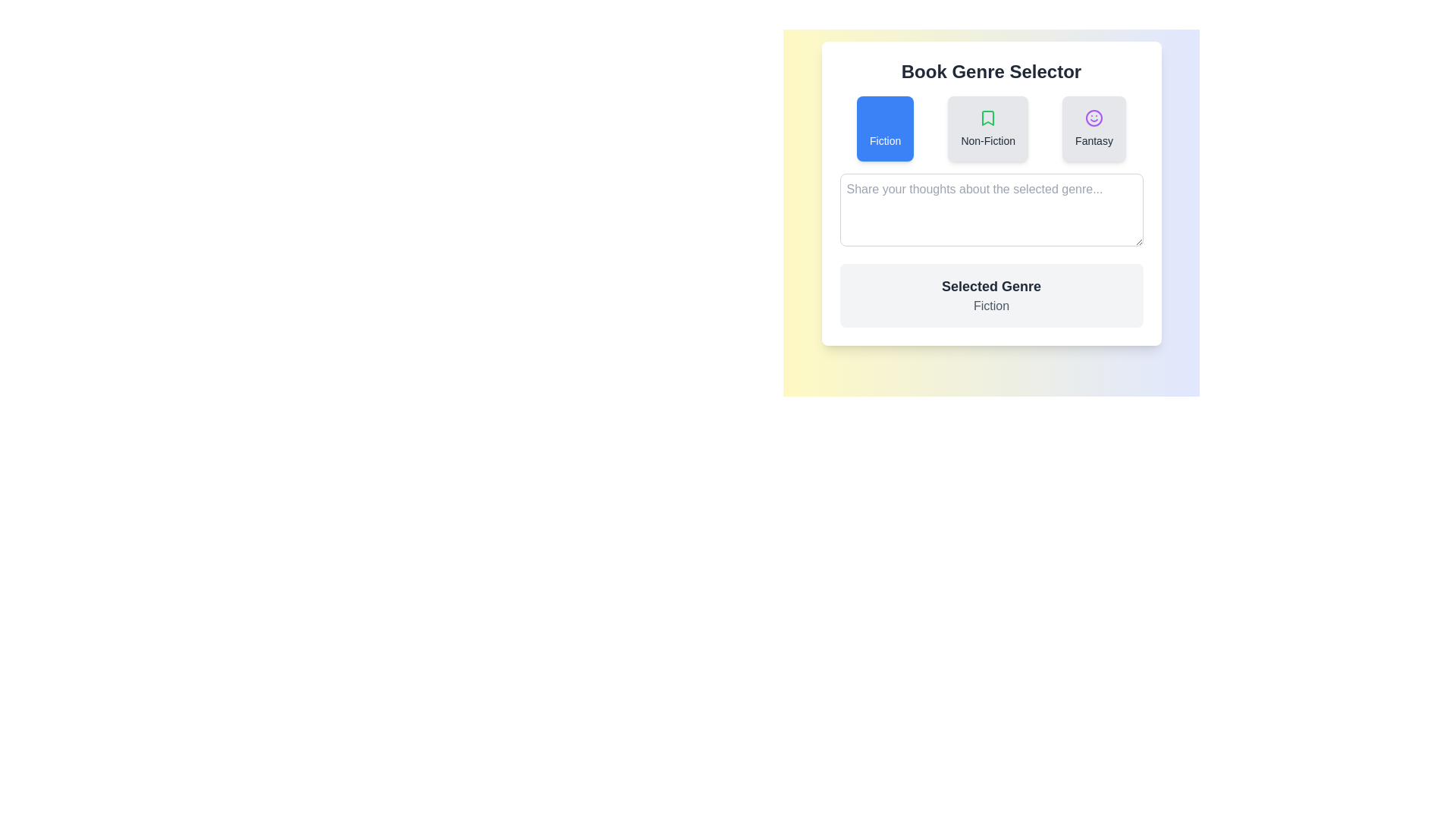  What do you see at coordinates (1094, 117) in the screenshot?
I see `the circular decorative icon resembling a smiling face, styled in purple, positioned centrally within the top section of the 'Fantasy' card` at bounding box center [1094, 117].